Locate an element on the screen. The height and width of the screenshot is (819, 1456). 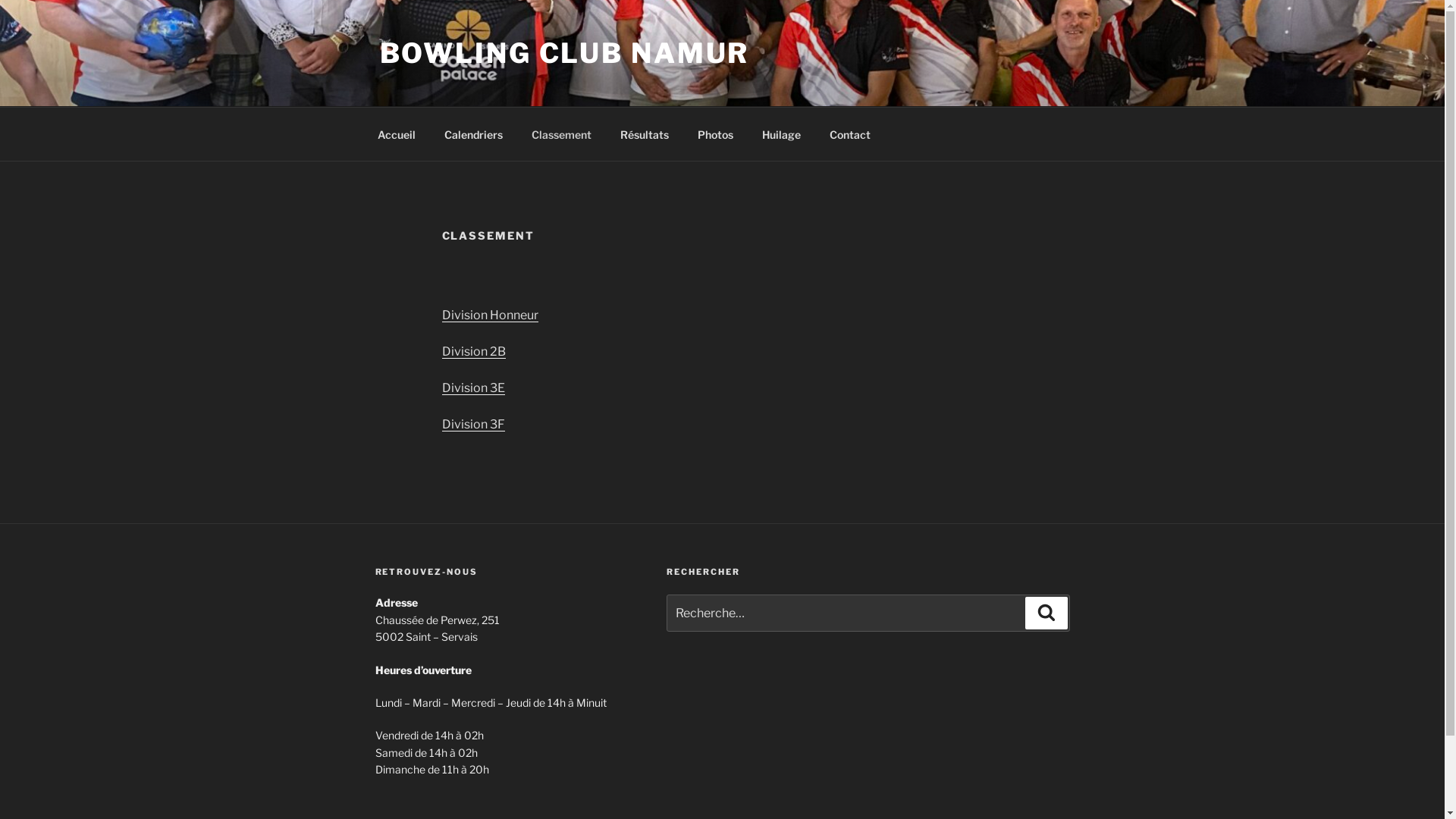
'Huilage' is located at coordinates (782, 133).